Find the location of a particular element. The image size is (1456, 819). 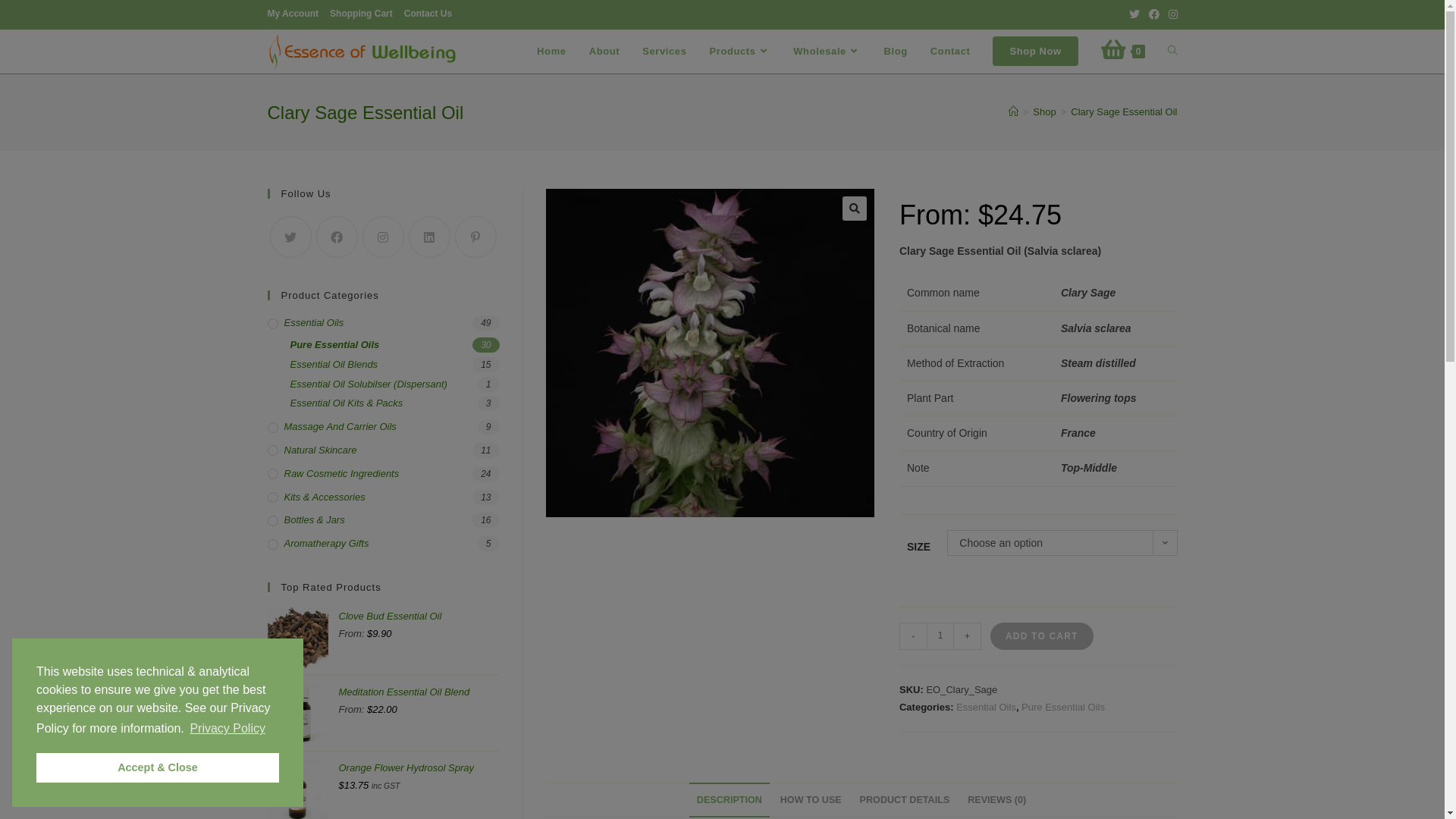

'Essential Oil Kits & Packs' is located at coordinates (394, 403).